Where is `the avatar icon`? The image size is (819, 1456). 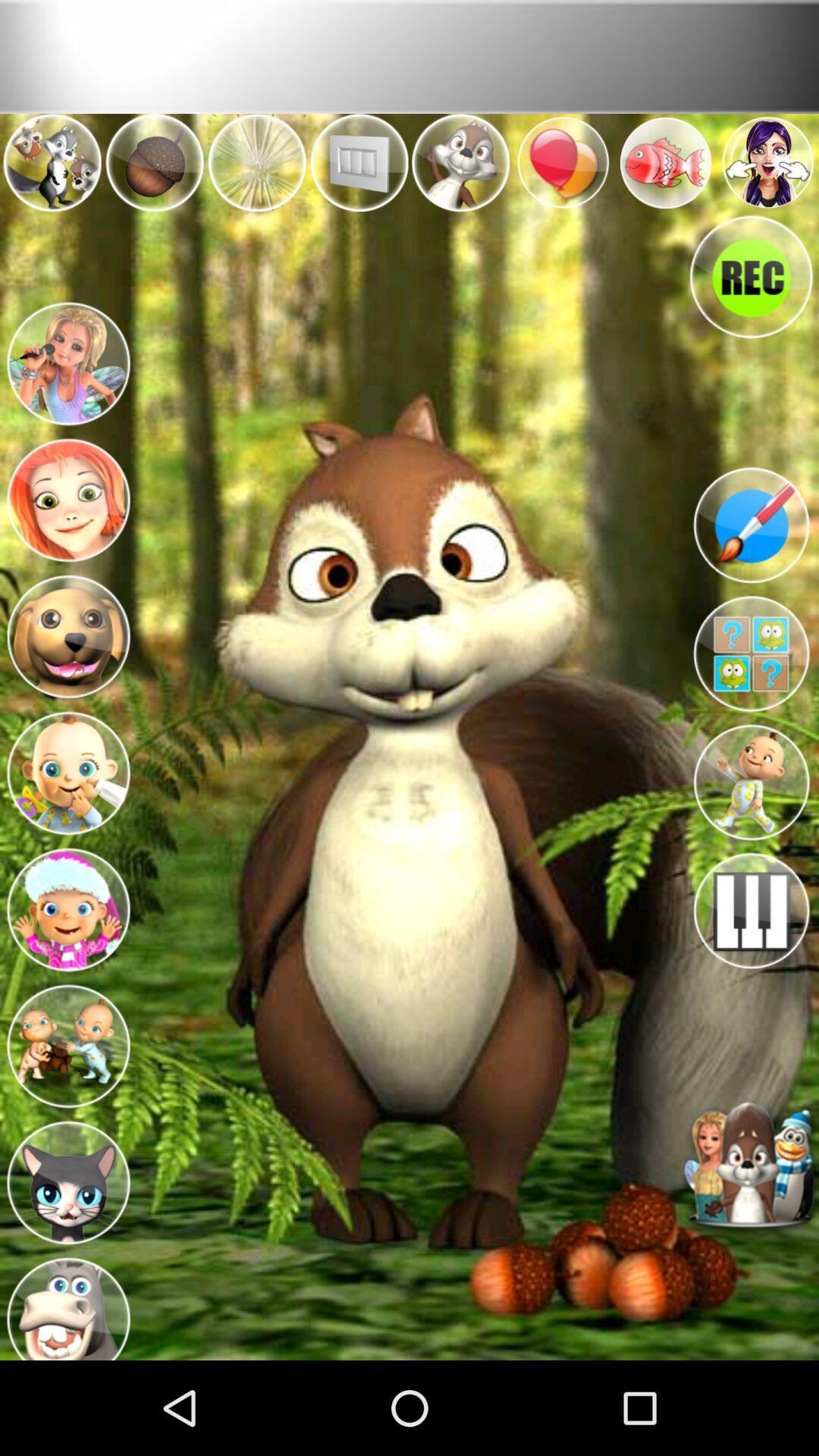
the avatar icon is located at coordinates (67, 1395).